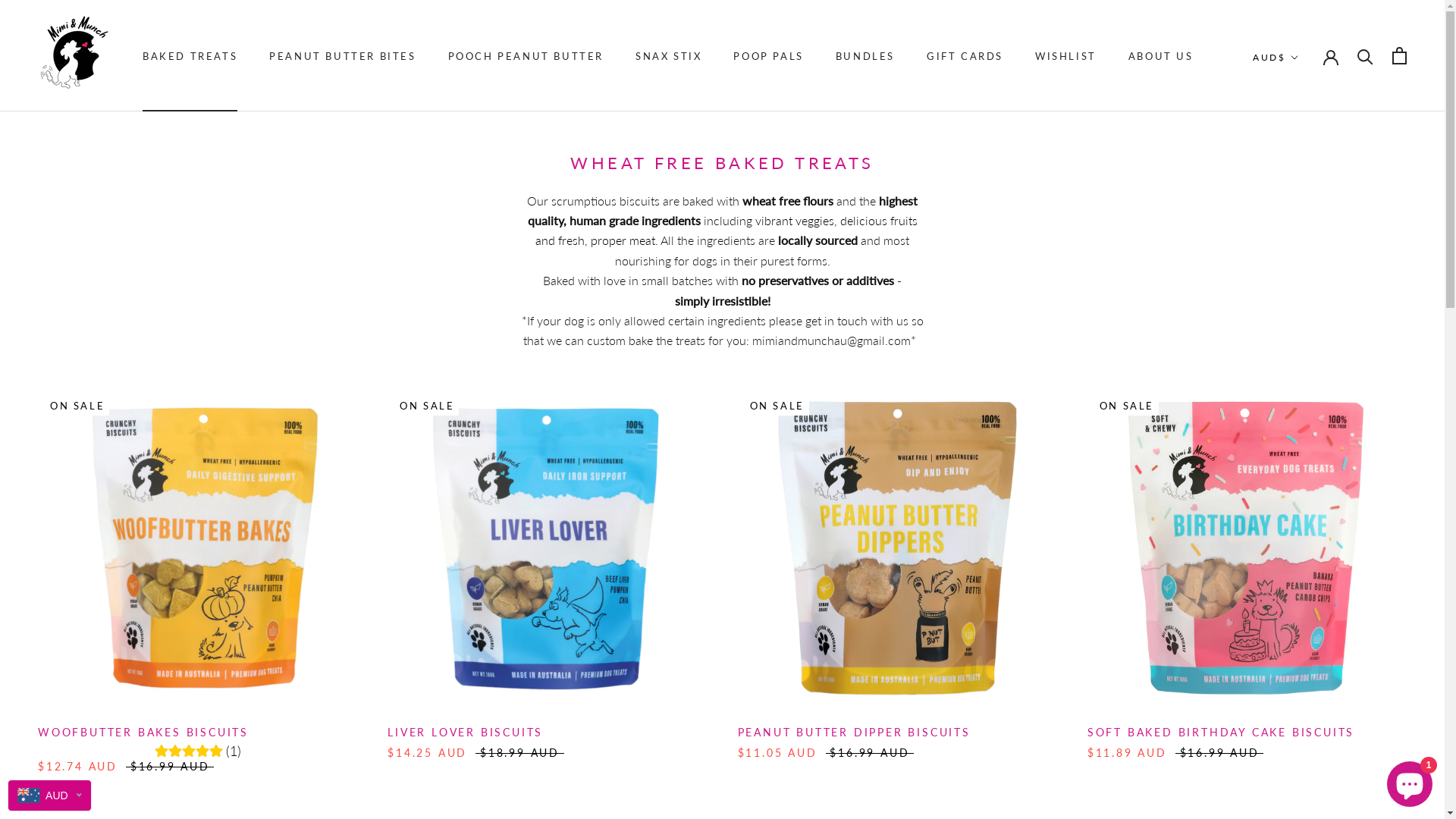 Image resolution: width=1456 pixels, height=819 pixels. Describe the element at coordinates (1065, 55) in the screenshot. I see `'WISHLIST` at that location.